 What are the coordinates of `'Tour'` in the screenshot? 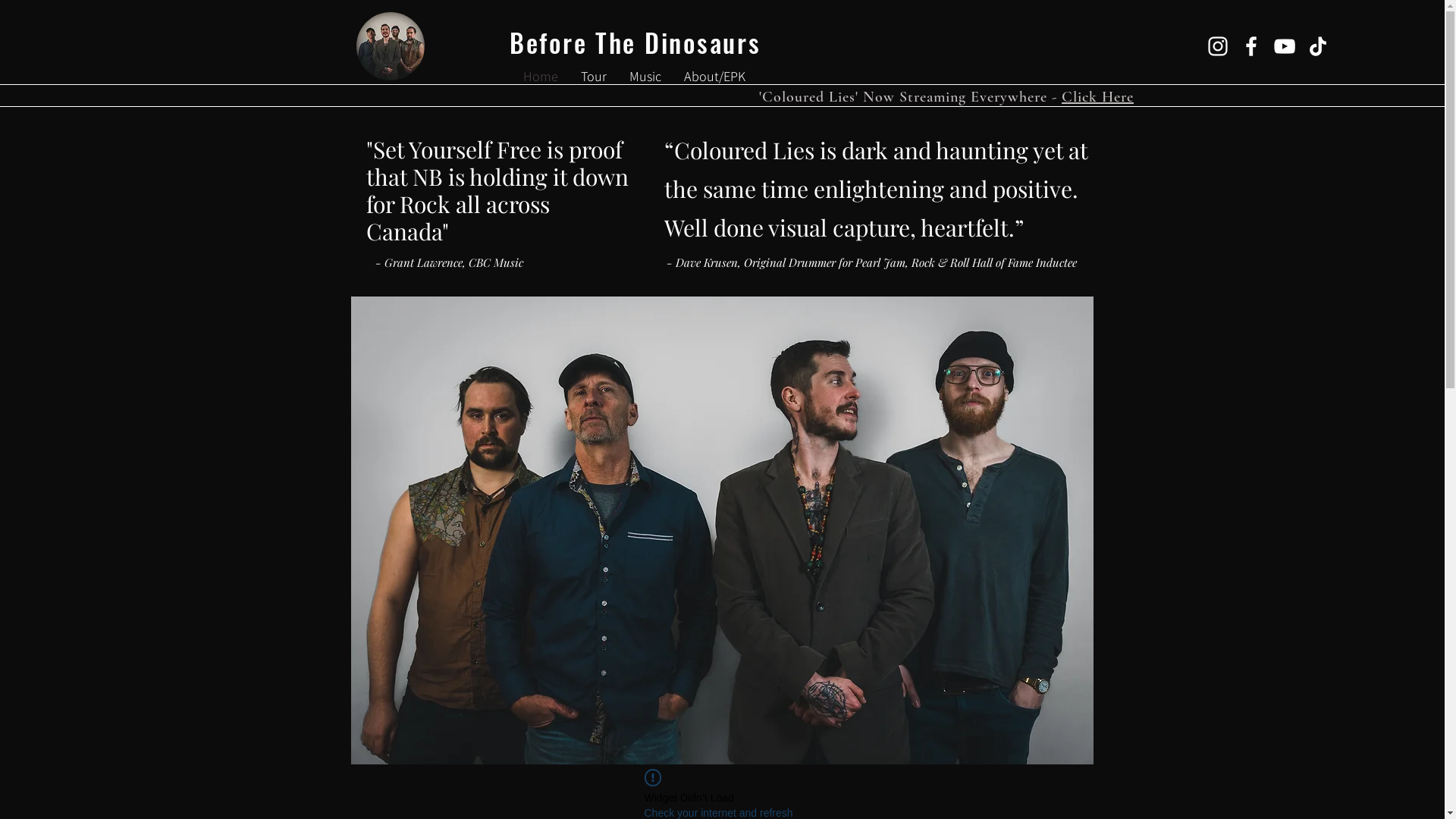 It's located at (592, 76).